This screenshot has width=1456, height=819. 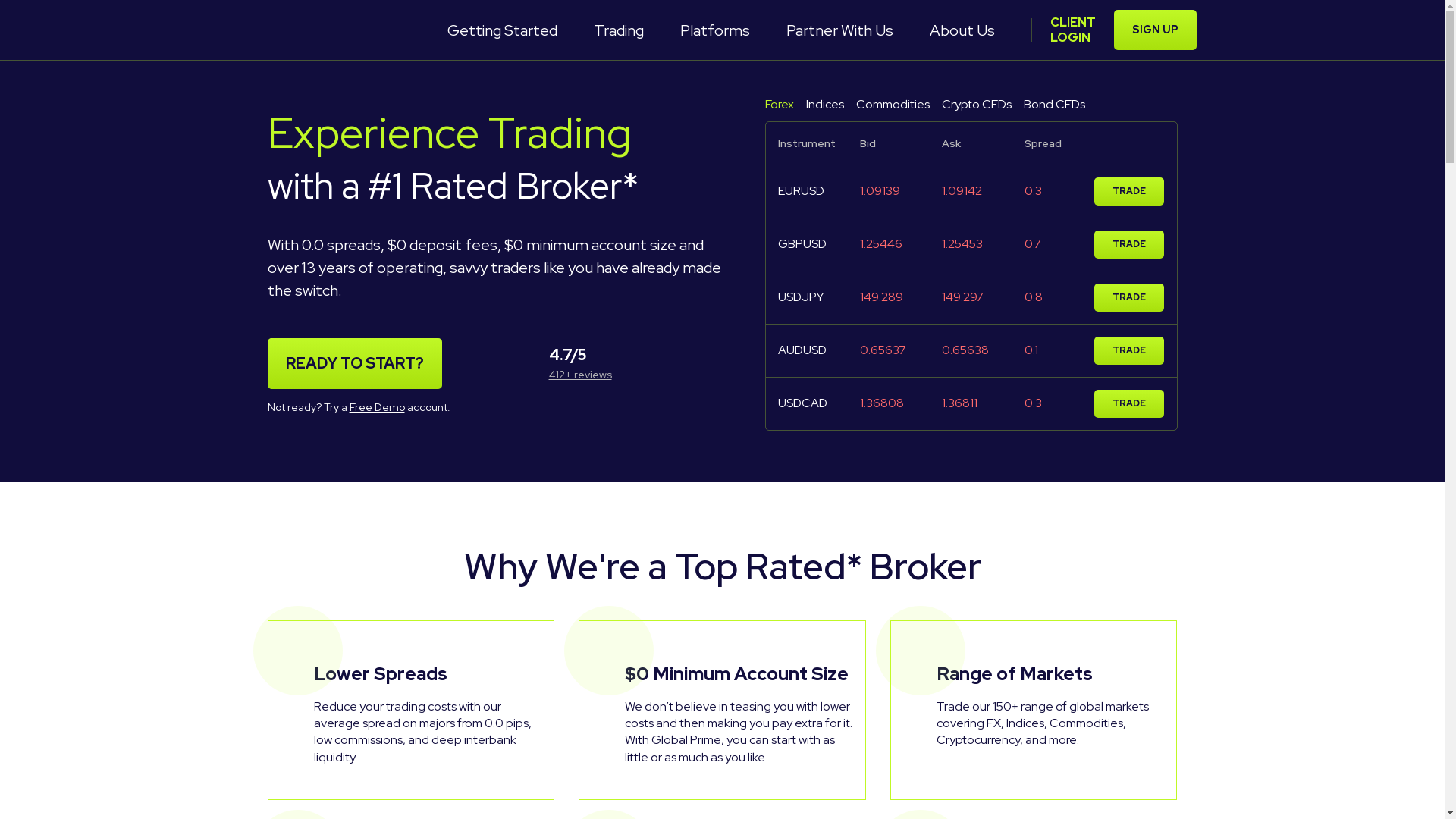 I want to click on 'READY TO START?', so click(x=353, y=363).